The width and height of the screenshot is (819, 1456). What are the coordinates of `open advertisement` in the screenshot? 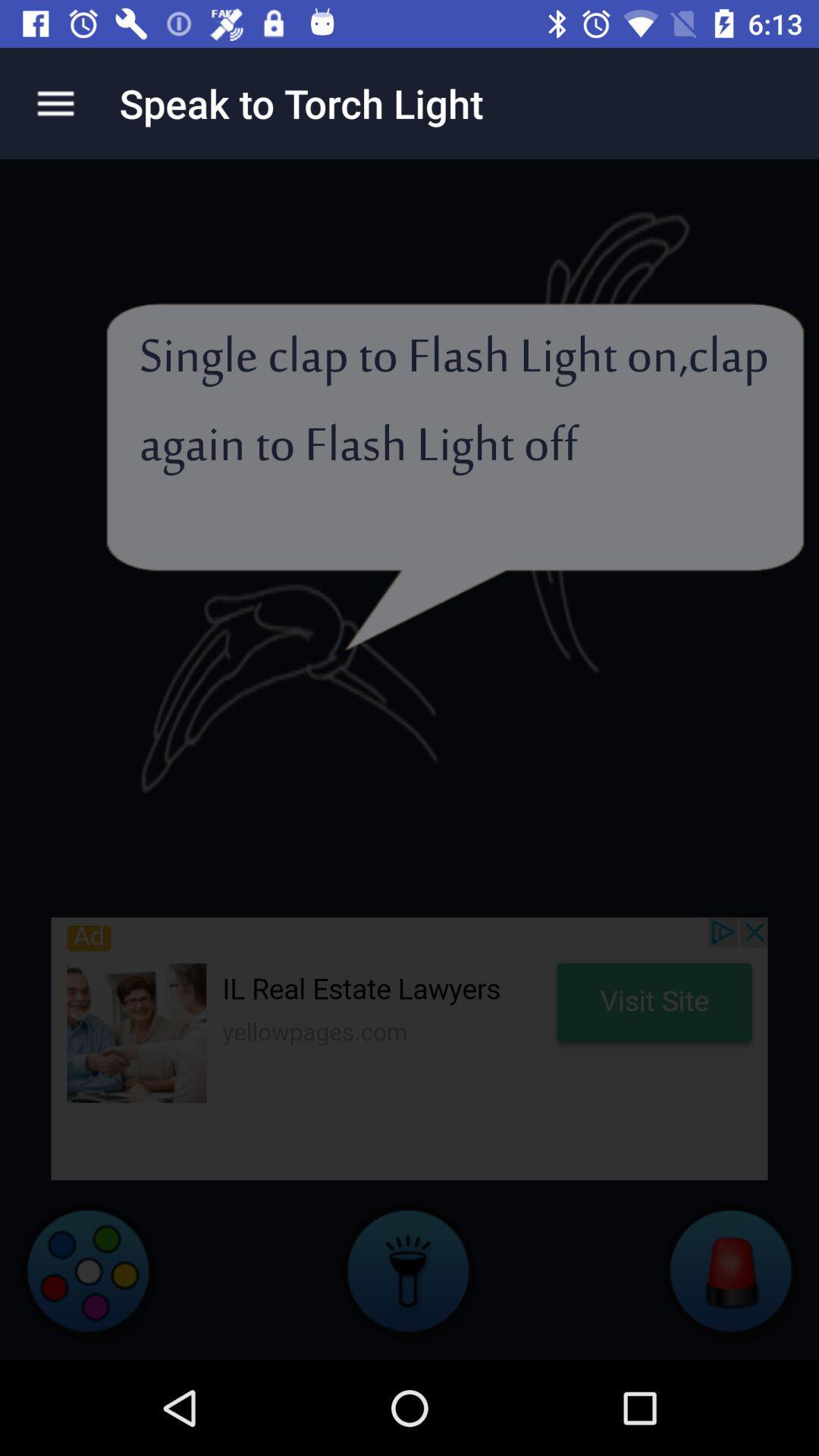 It's located at (409, 1047).